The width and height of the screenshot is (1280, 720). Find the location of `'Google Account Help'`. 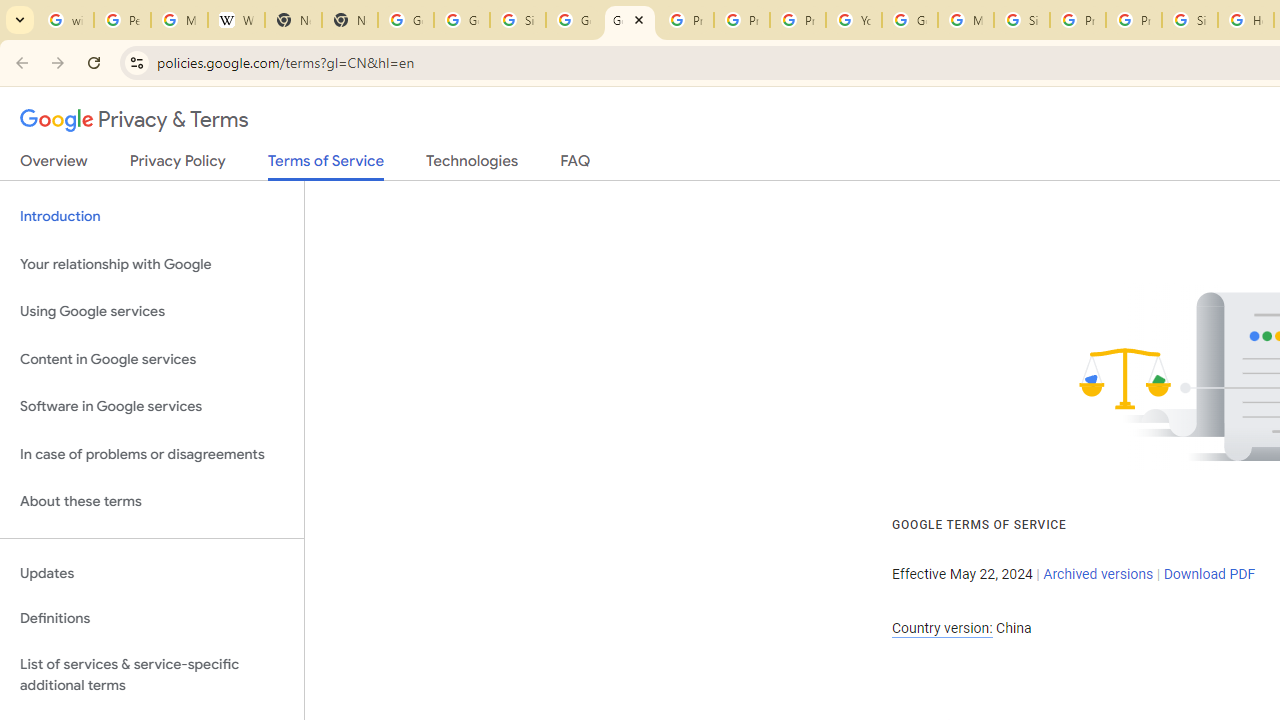

'Google Account Help' is located at coordinates (909, 20).